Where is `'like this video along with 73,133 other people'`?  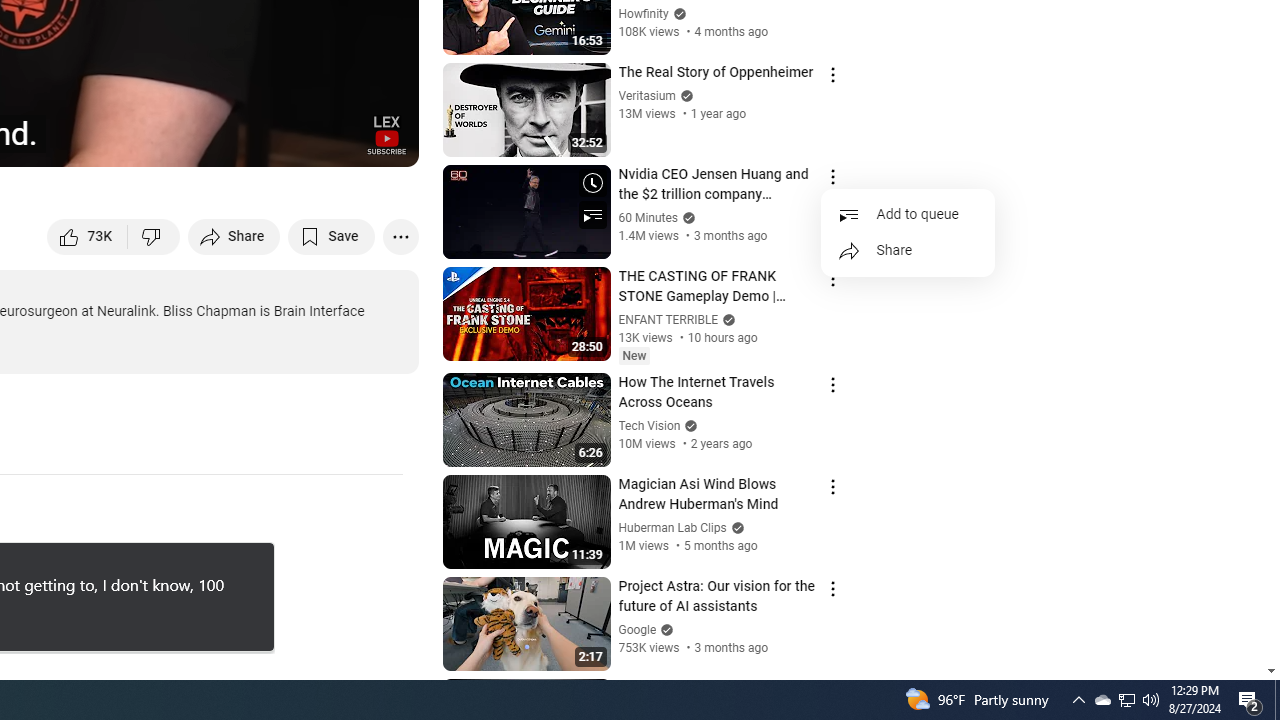 'like this video along with 73,133 other people' is located at coordinates (87, 235).